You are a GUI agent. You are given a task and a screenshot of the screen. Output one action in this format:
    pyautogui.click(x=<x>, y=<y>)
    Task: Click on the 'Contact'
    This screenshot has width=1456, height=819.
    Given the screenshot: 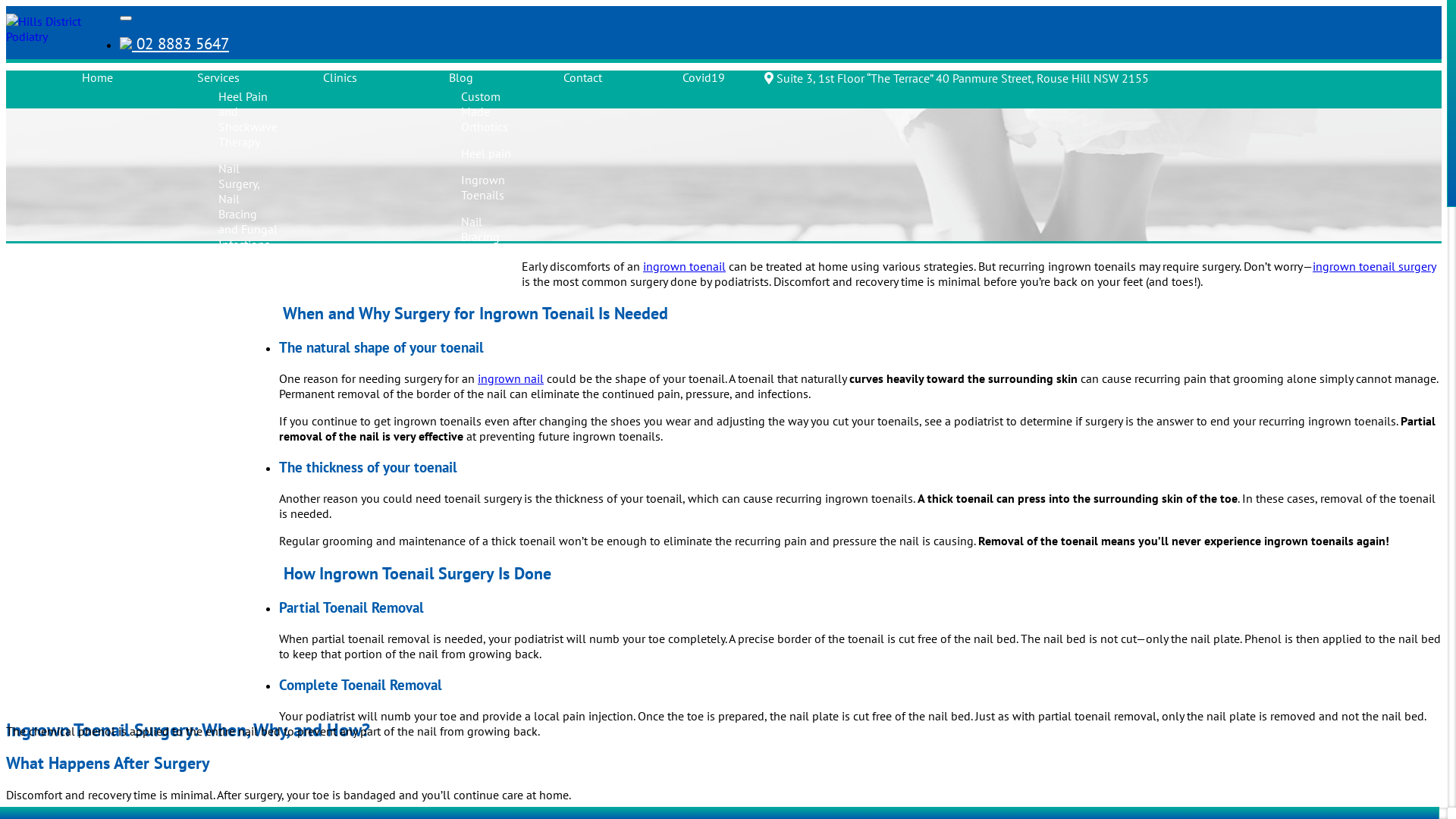 What is the action you would take?
    pyautogui.click(x=581, y=77)
    